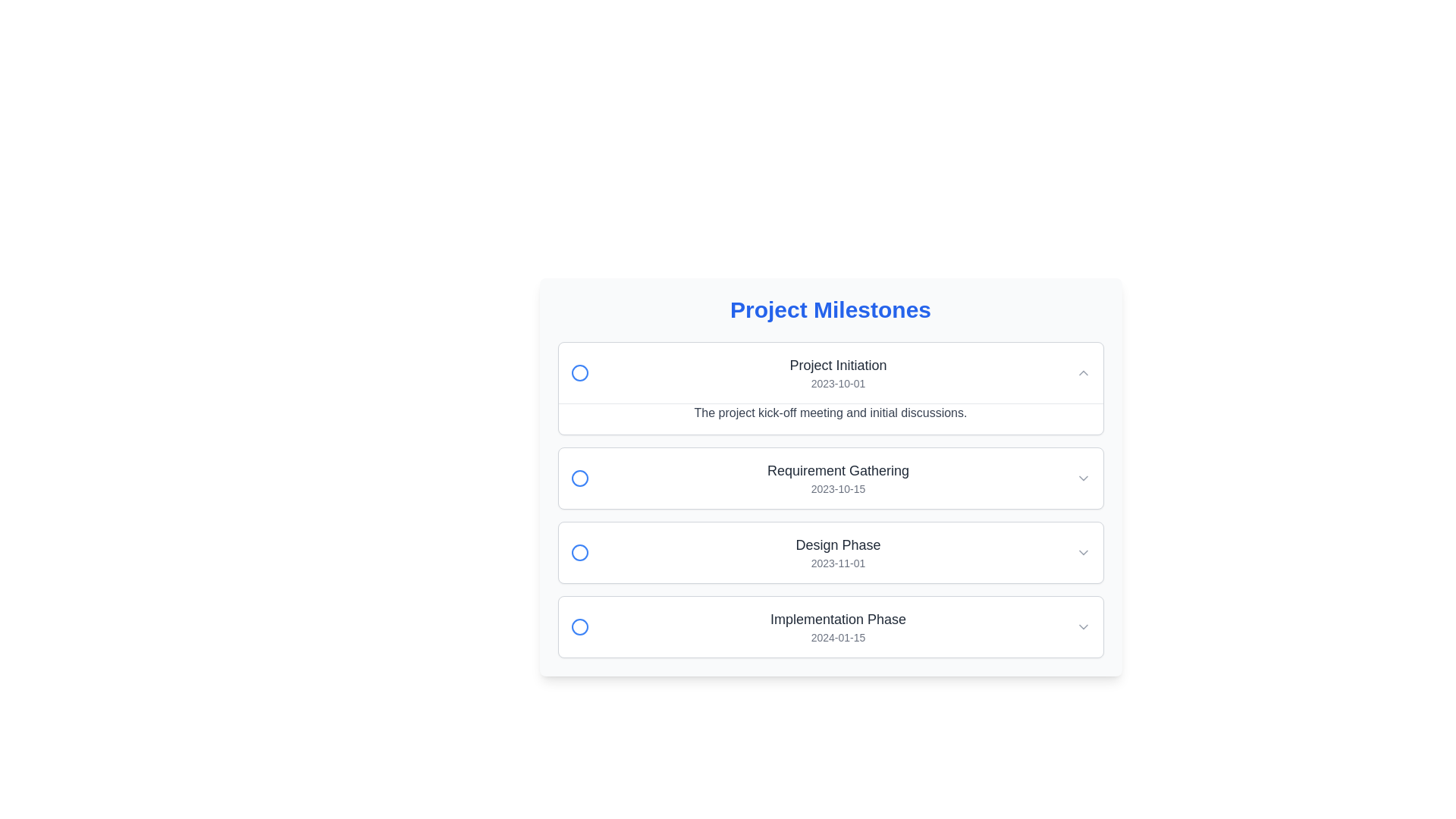 The width and height of the screenshot is (1456, 819). Describe the element at coordinates (830, 309) in the screenshot. I see `header text located at the top of the milestone section, which provides context for the content below` at that location.